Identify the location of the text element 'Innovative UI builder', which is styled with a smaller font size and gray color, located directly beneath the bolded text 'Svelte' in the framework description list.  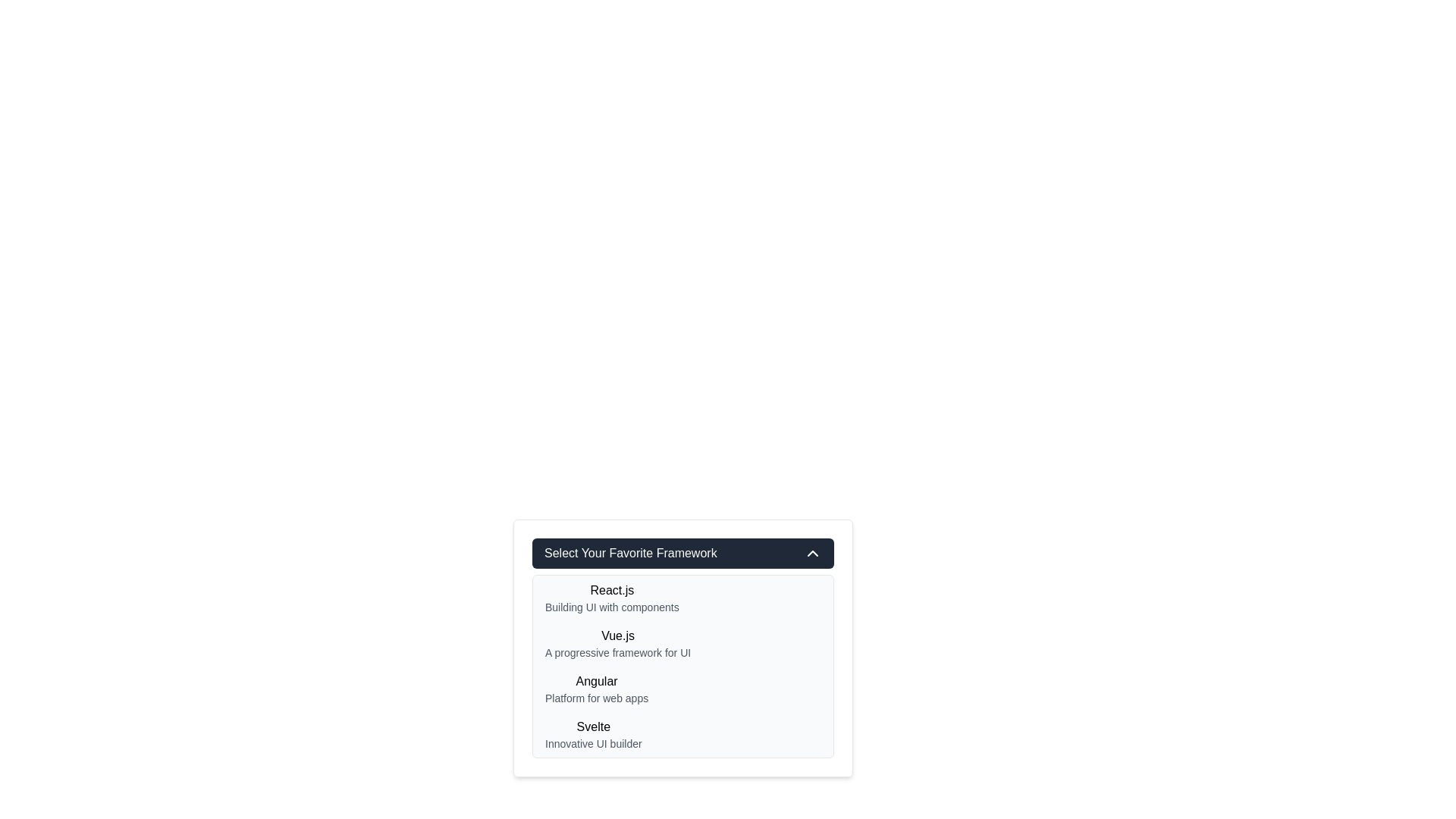
(592, 742).